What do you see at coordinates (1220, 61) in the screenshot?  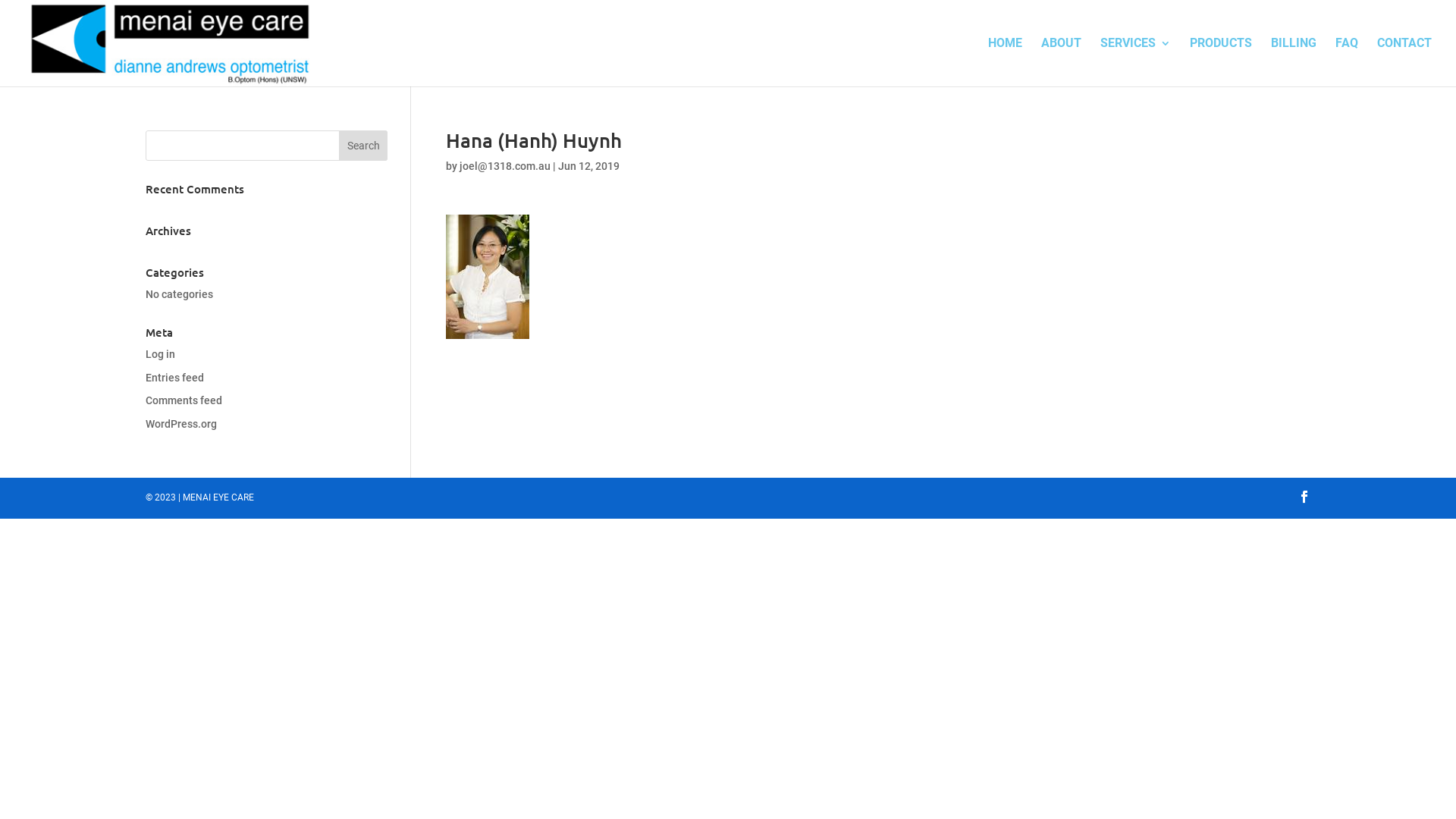 I see `'PRODUCTS'` at bounding box center [1220, 61].